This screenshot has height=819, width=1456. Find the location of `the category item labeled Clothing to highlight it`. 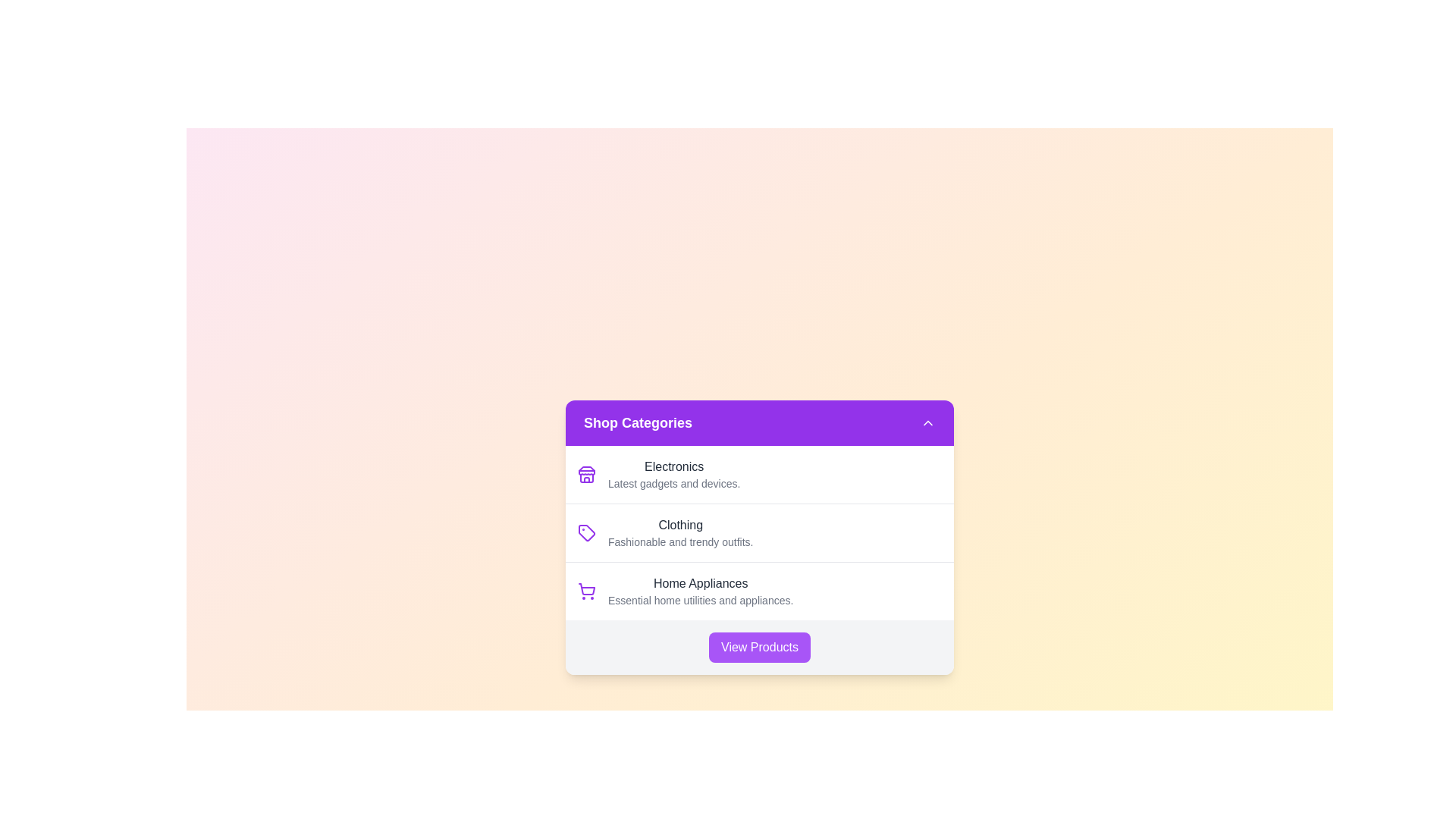

the category item labeled Clothing to highlight it is located at coordinates (760, 532).